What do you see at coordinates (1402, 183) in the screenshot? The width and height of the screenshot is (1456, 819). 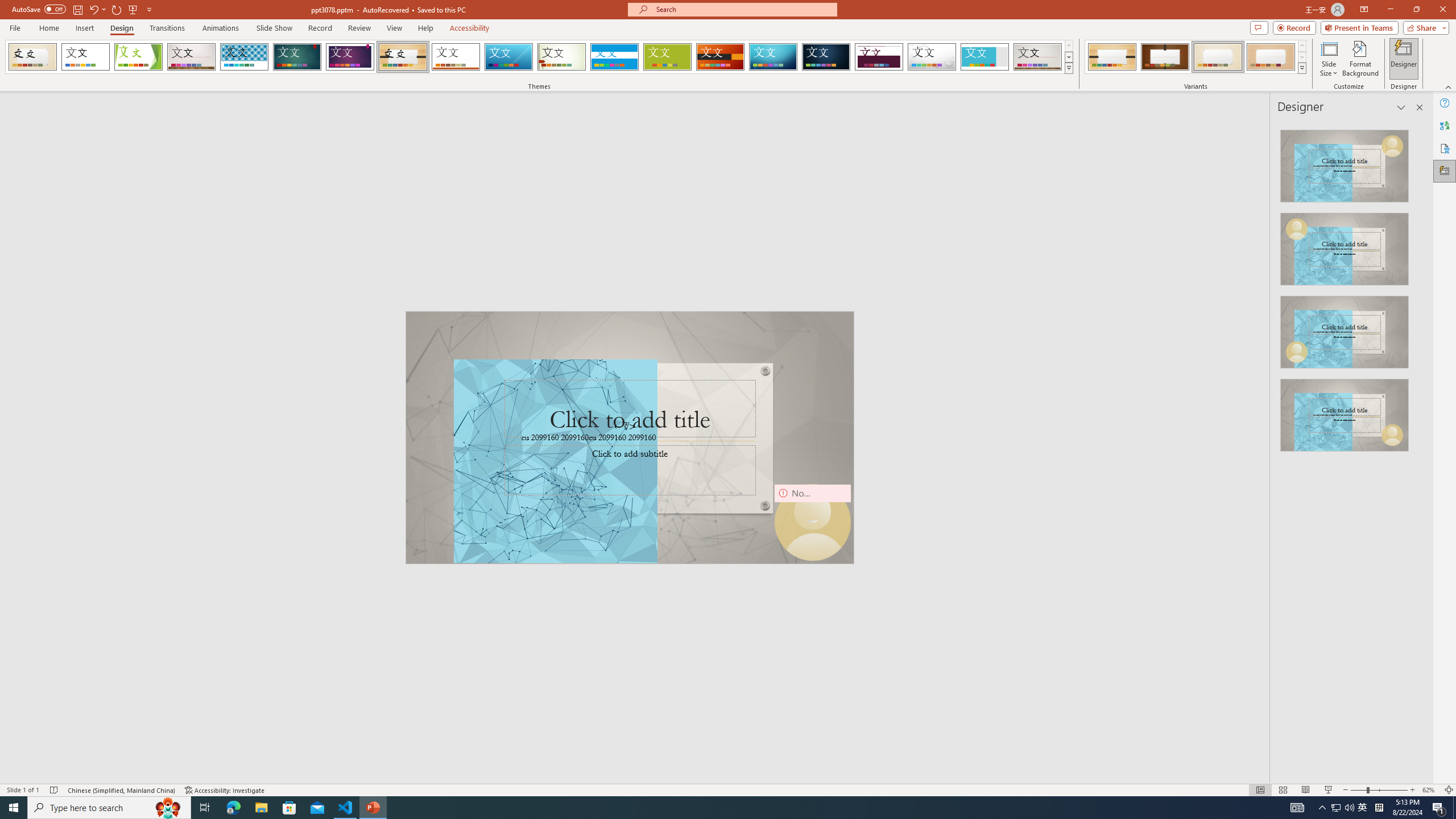 I see `'Split Editor Right (Ctrl+\) [Alt] Split Editor Down'` at bounding box center [1402, 183].